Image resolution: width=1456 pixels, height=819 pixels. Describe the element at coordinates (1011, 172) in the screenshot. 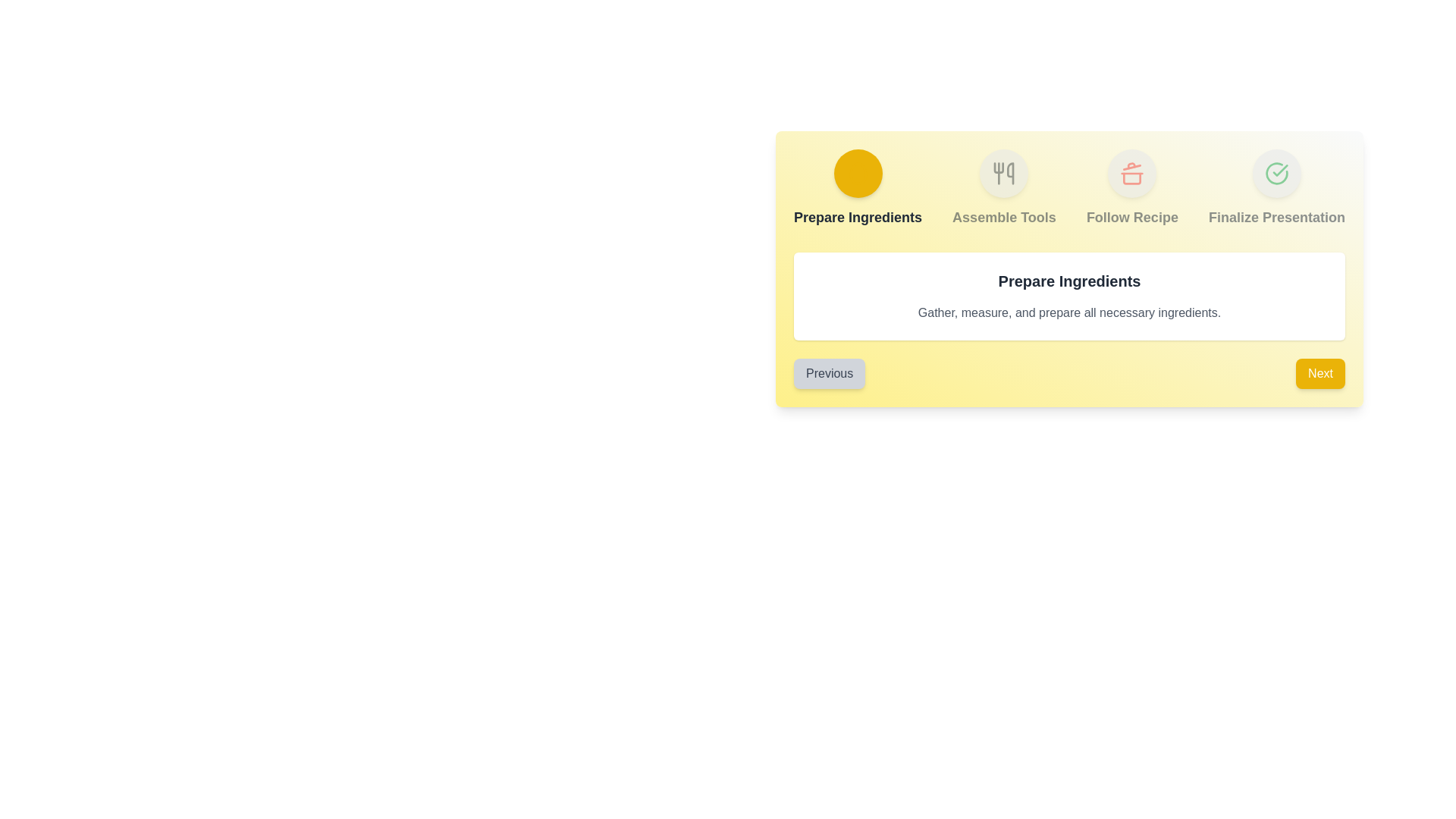

I see `the vertical line or handle of the utensils icon located on the right side of the graphic within the yellow navigation bar` at that location.